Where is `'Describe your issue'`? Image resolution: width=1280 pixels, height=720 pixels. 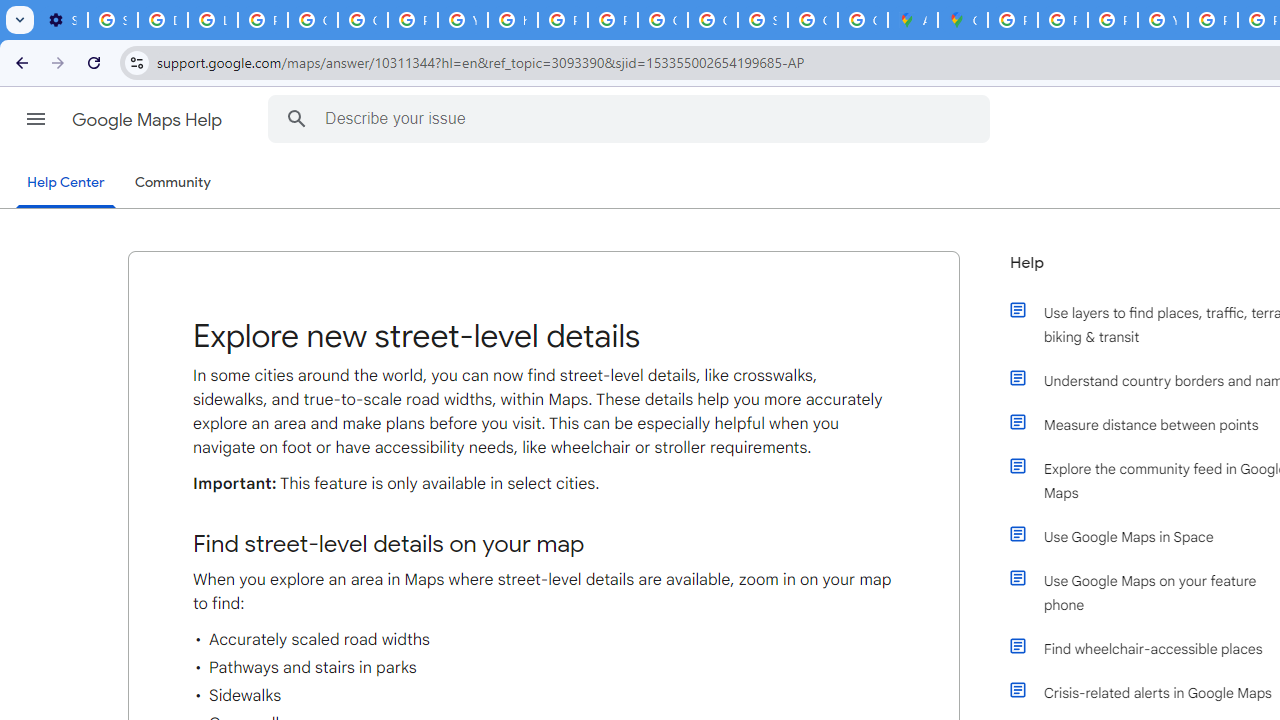 'Describe your issue' is located at coordinates (631, 118).